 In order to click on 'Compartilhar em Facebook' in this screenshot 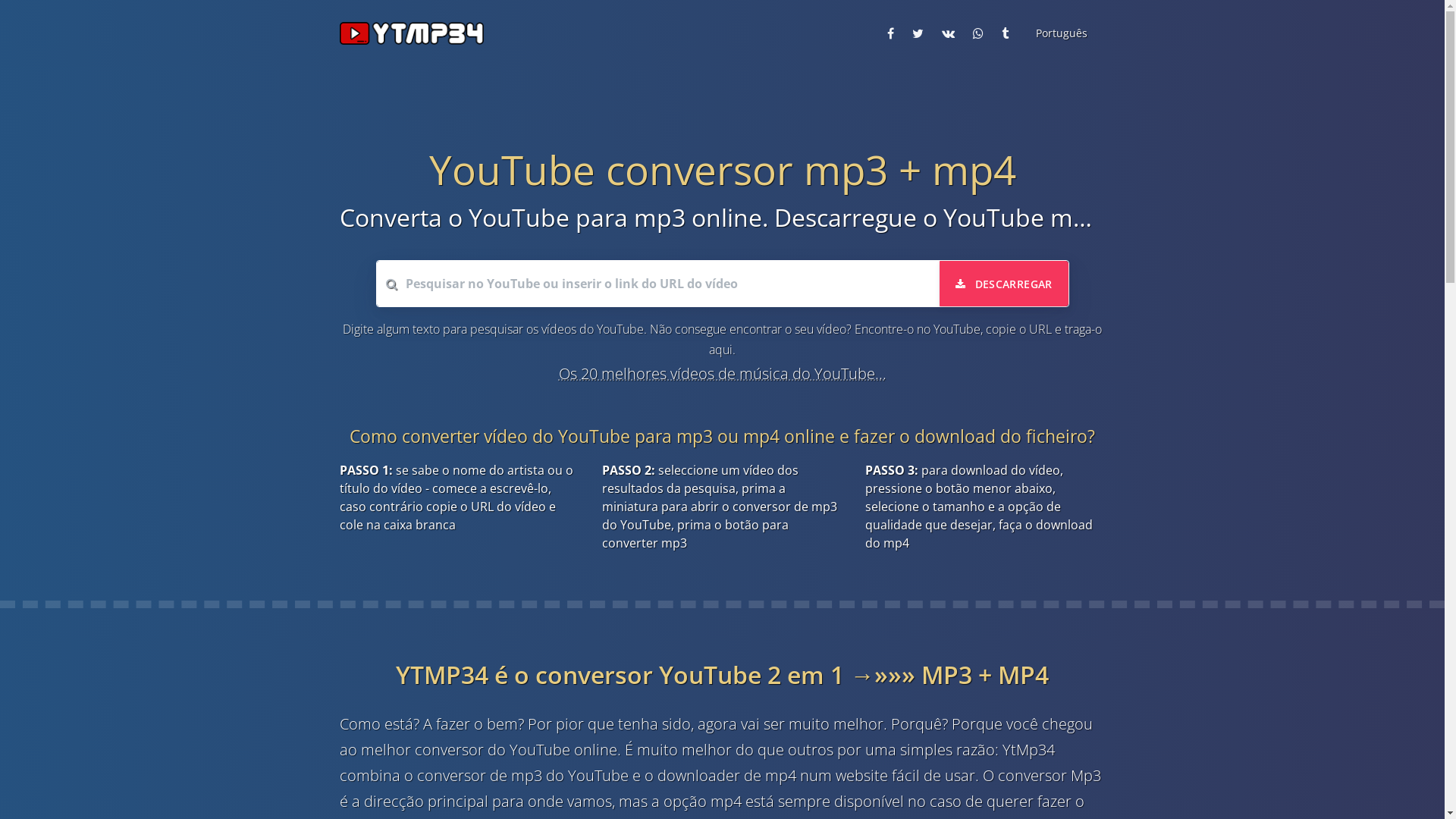, I will do `click(880, 33)`.